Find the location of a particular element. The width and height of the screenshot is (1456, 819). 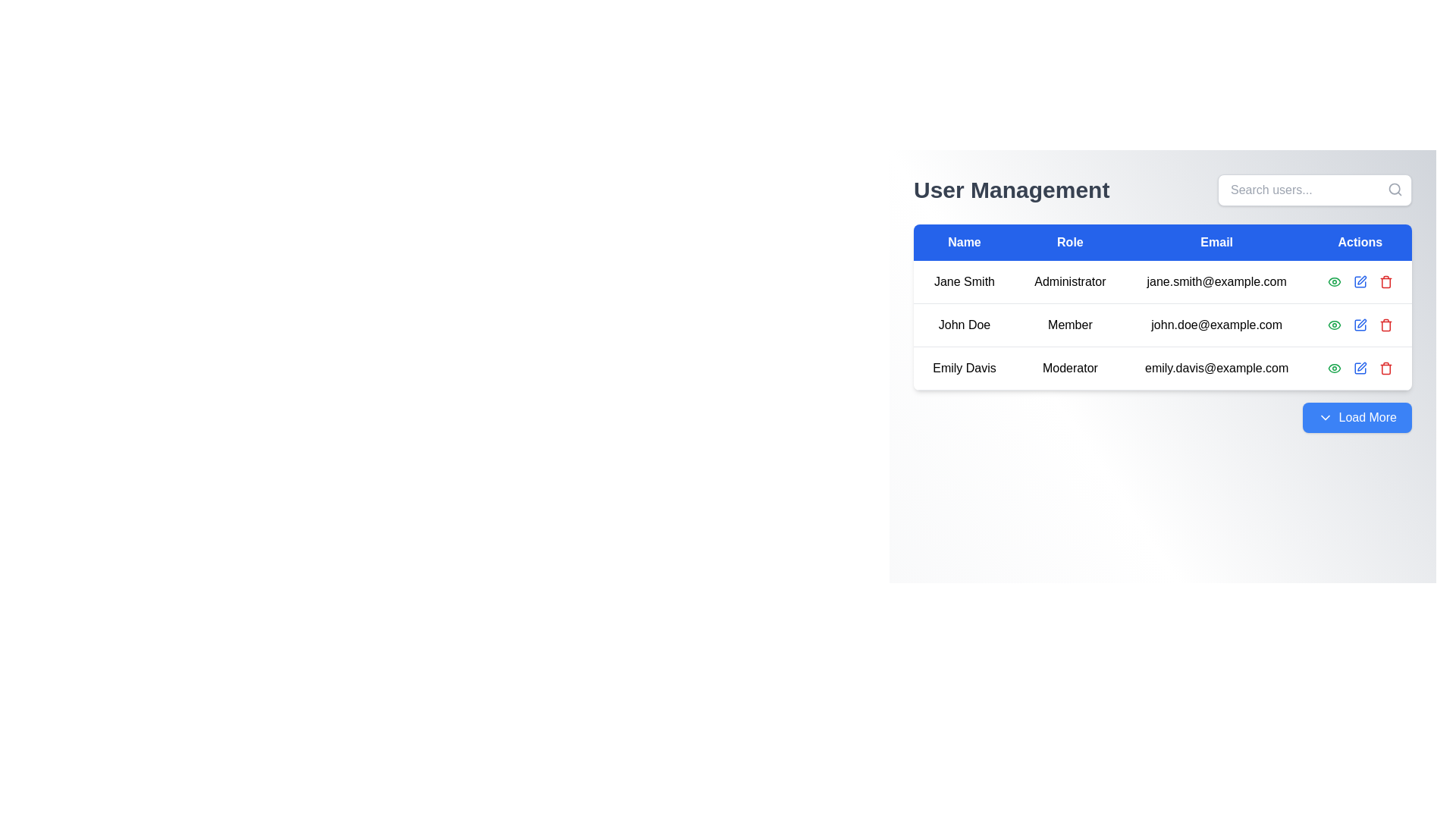

email address displayed in the Text Display element located in the third column of the user management table for John Doe is located at coordinates (1216, 324).